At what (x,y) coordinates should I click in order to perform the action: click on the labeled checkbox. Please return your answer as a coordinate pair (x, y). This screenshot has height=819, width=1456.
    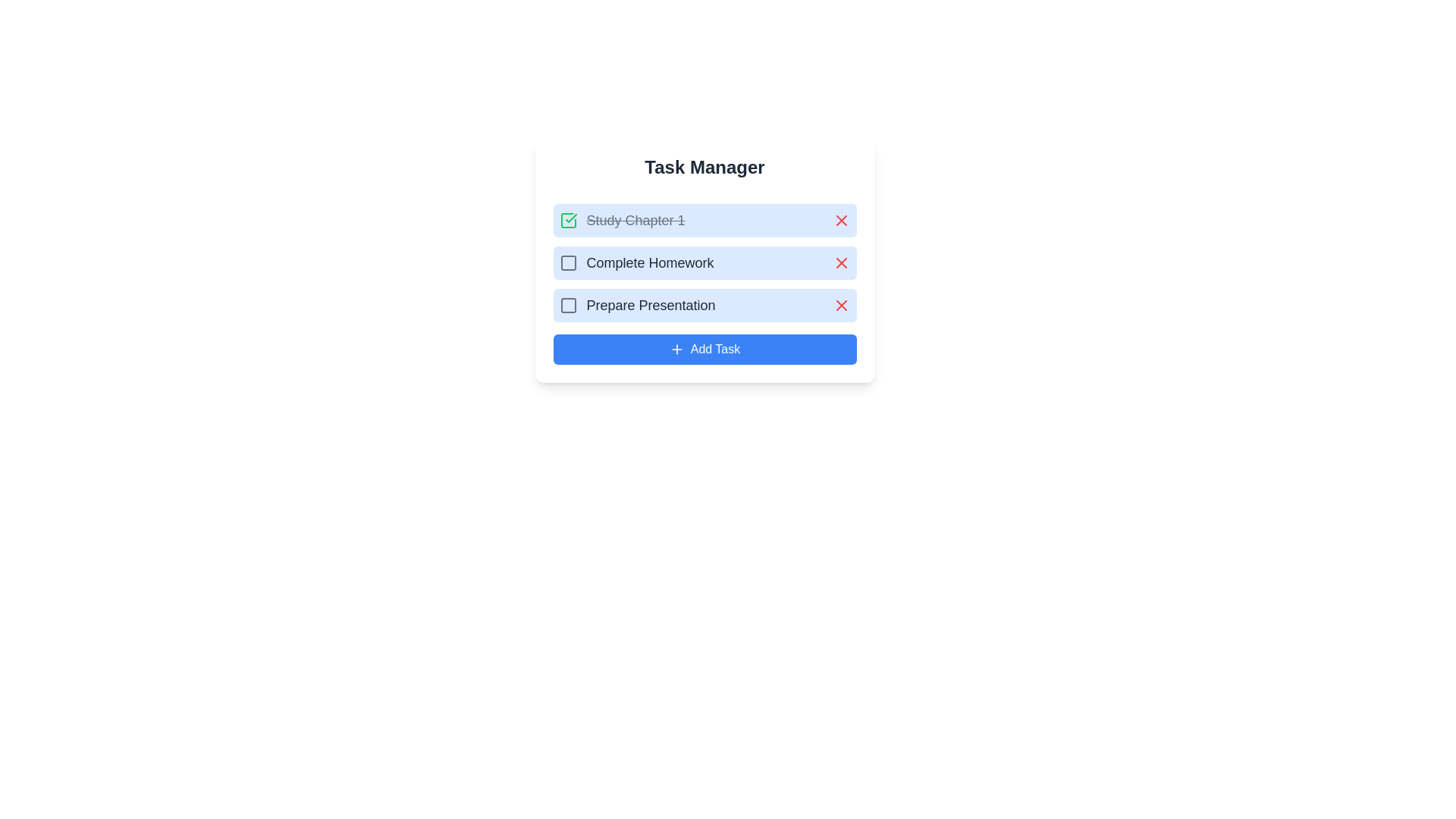
    Looking at the image, I should click on (637, 305).